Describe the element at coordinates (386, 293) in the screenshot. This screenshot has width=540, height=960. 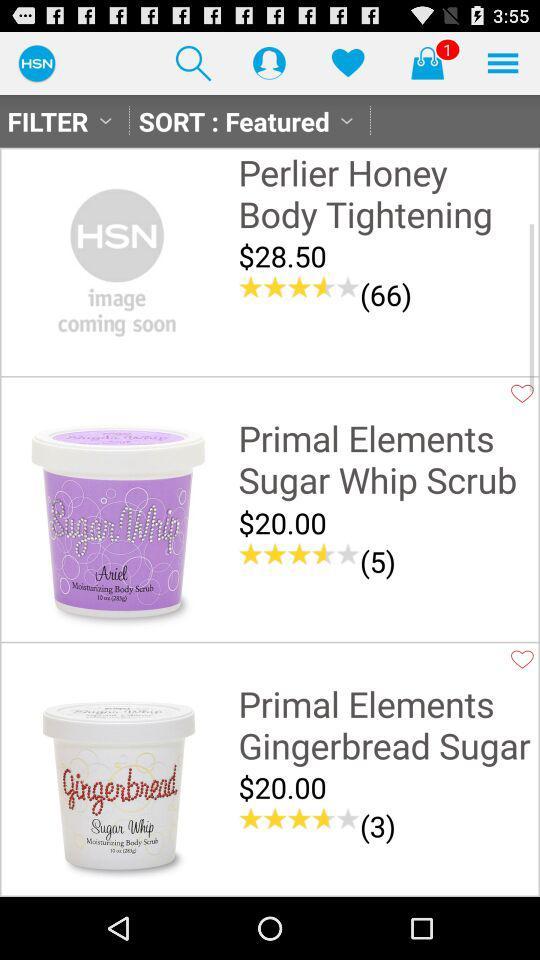
I see `the icon below the $28.50 item` at that location.